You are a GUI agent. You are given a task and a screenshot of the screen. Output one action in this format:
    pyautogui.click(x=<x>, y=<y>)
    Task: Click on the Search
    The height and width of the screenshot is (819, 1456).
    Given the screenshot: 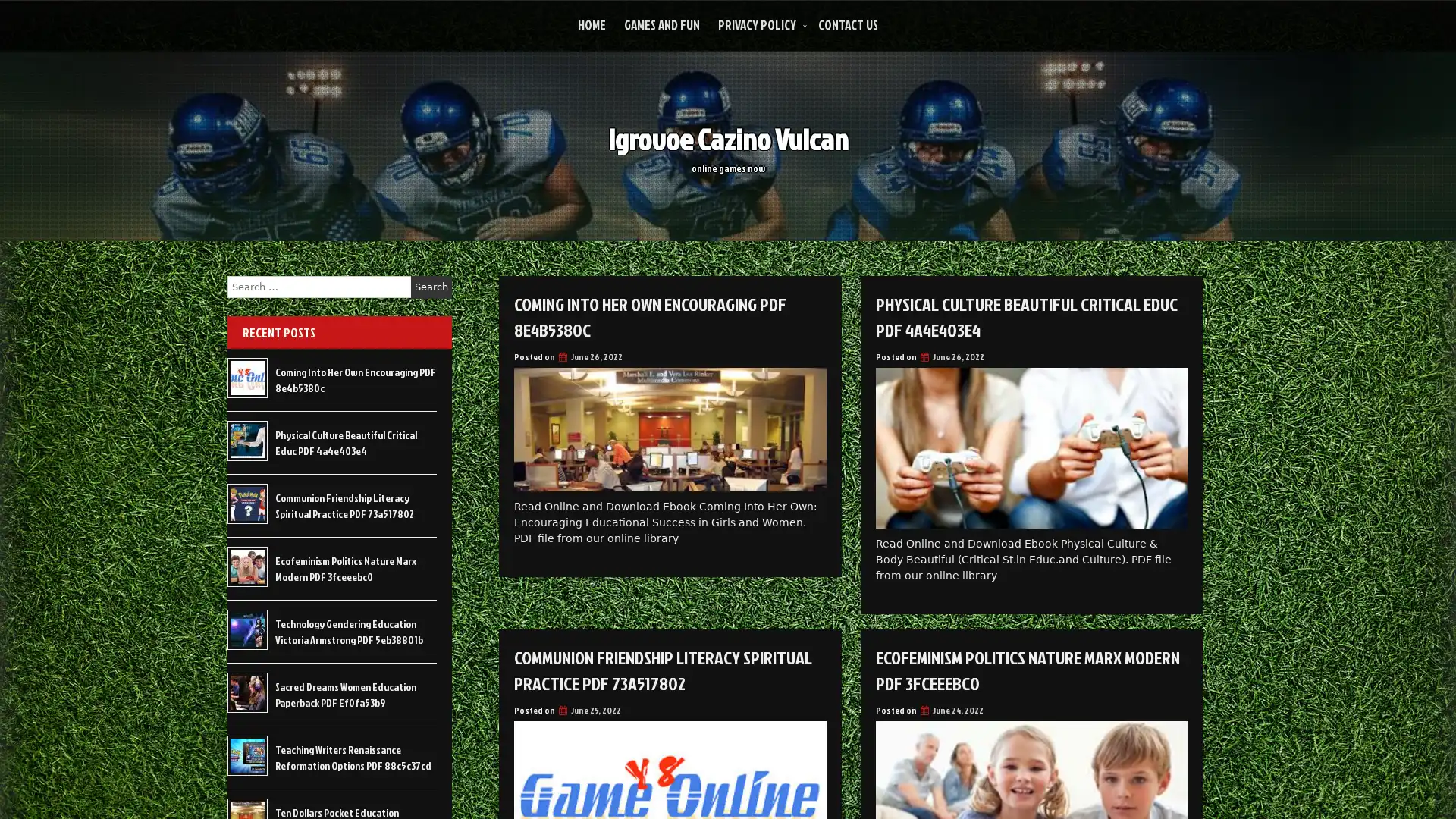 What is the action you would take?
    pyautogui.click(x=431, y=287)
    